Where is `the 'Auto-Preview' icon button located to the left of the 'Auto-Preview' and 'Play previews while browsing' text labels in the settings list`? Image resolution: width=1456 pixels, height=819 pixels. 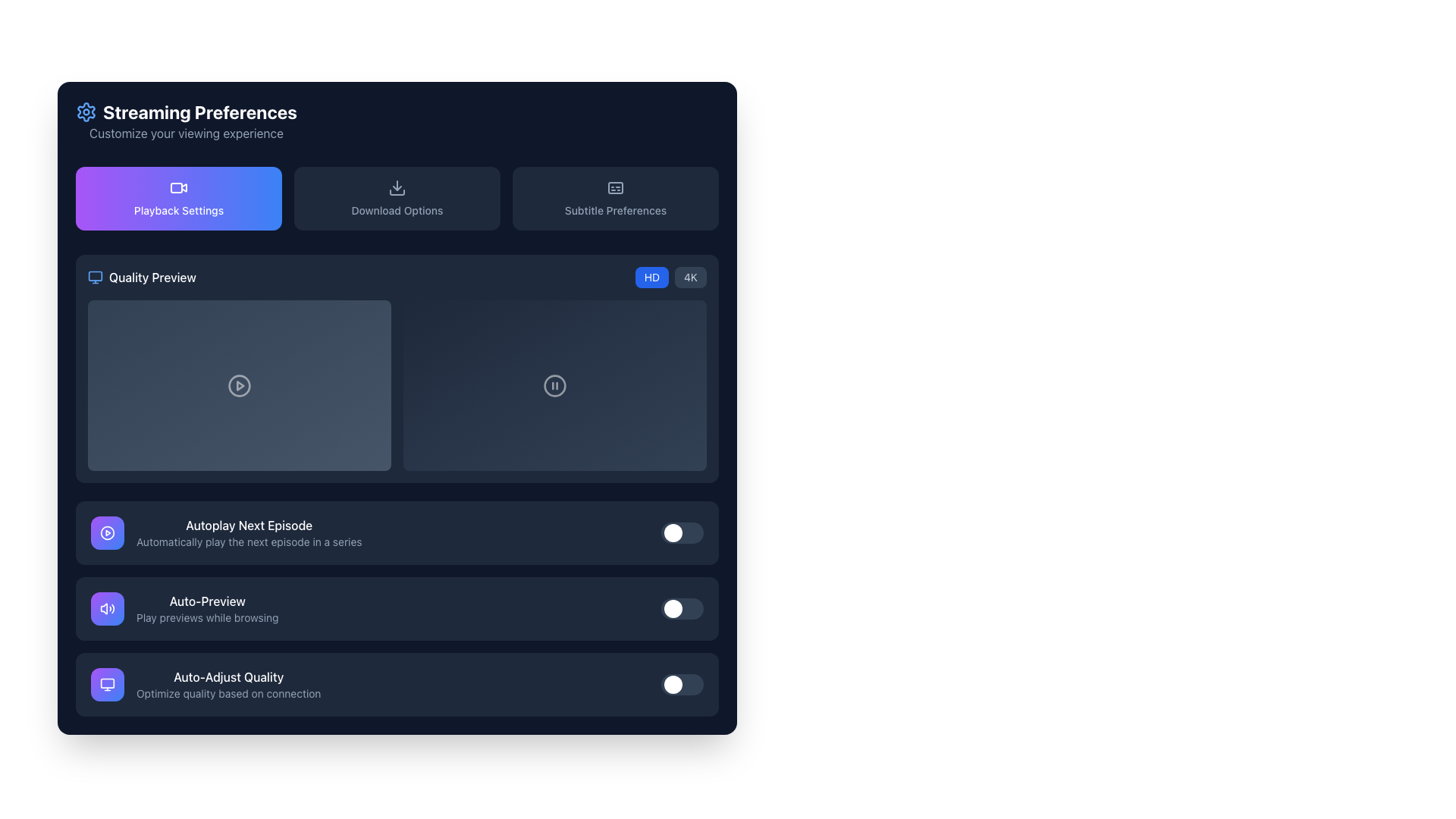 the 'Auto-Preview' icon button located to the left of the 'Auto-Preview' and 'Play previews while browsing' text labels in the settings list is located at coordinates (107, 607).